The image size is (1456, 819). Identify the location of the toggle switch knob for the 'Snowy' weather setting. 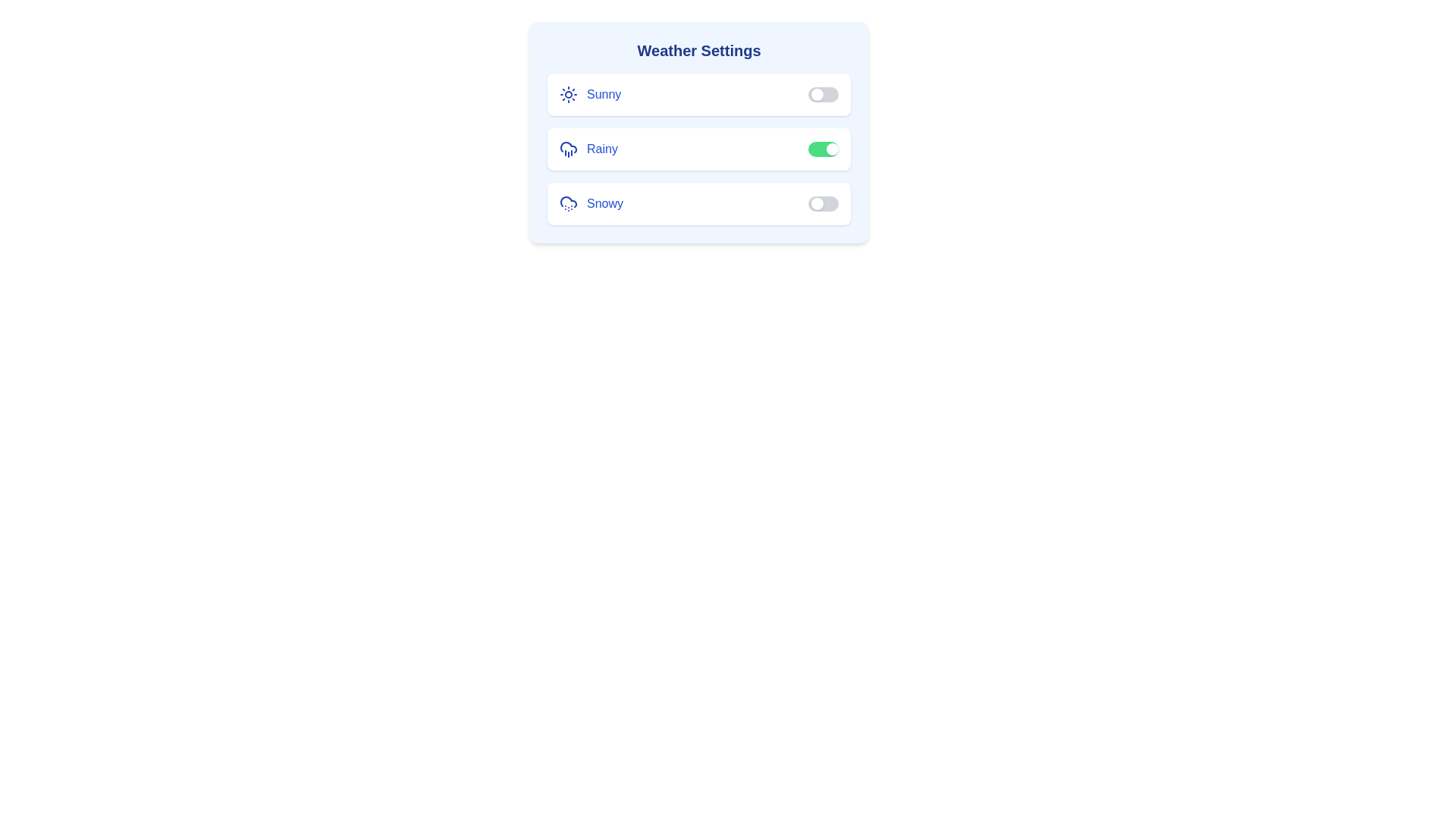
(817, 203).